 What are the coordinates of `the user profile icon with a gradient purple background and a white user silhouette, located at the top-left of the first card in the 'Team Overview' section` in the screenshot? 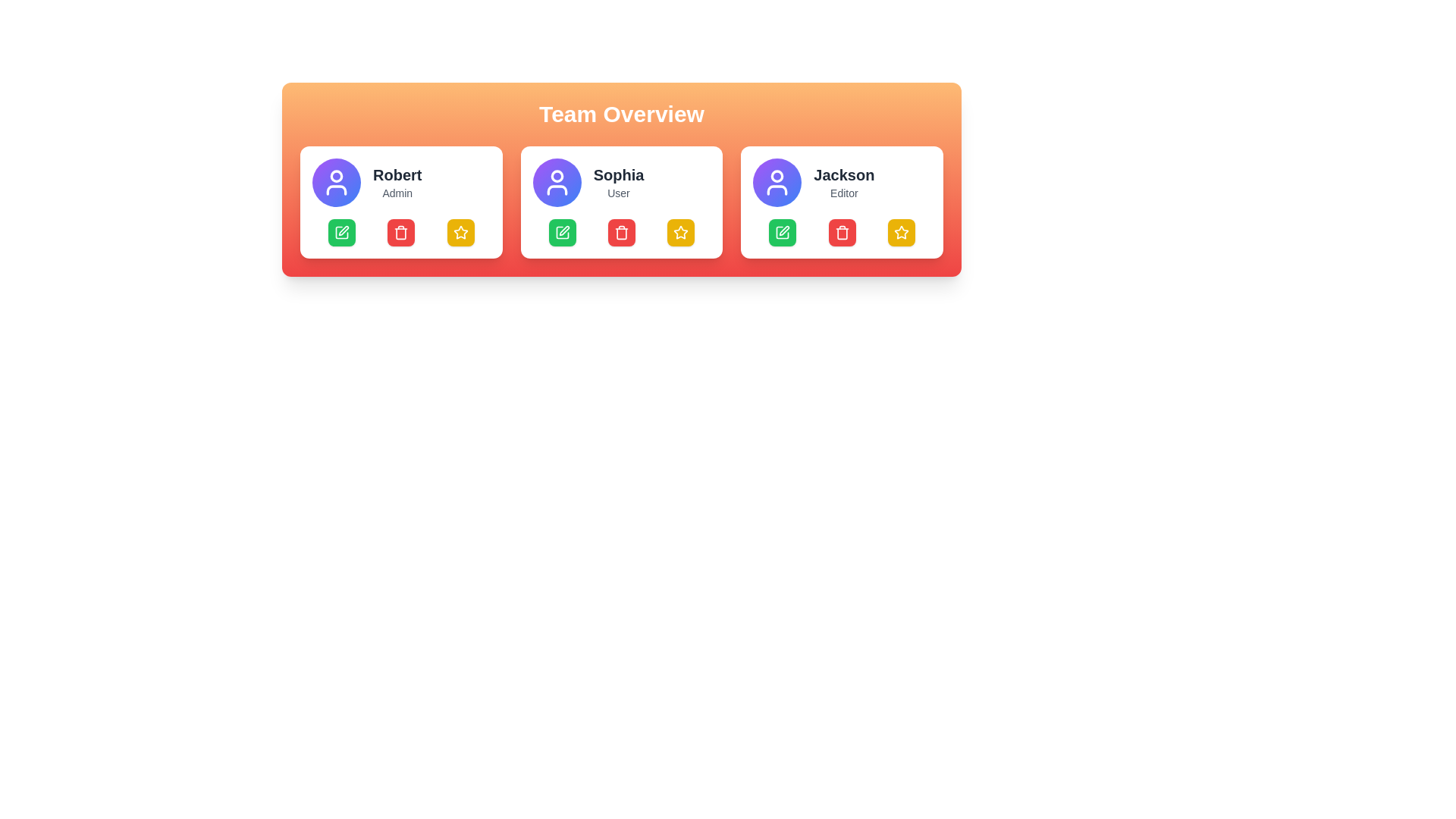 It's located at (336, 181).